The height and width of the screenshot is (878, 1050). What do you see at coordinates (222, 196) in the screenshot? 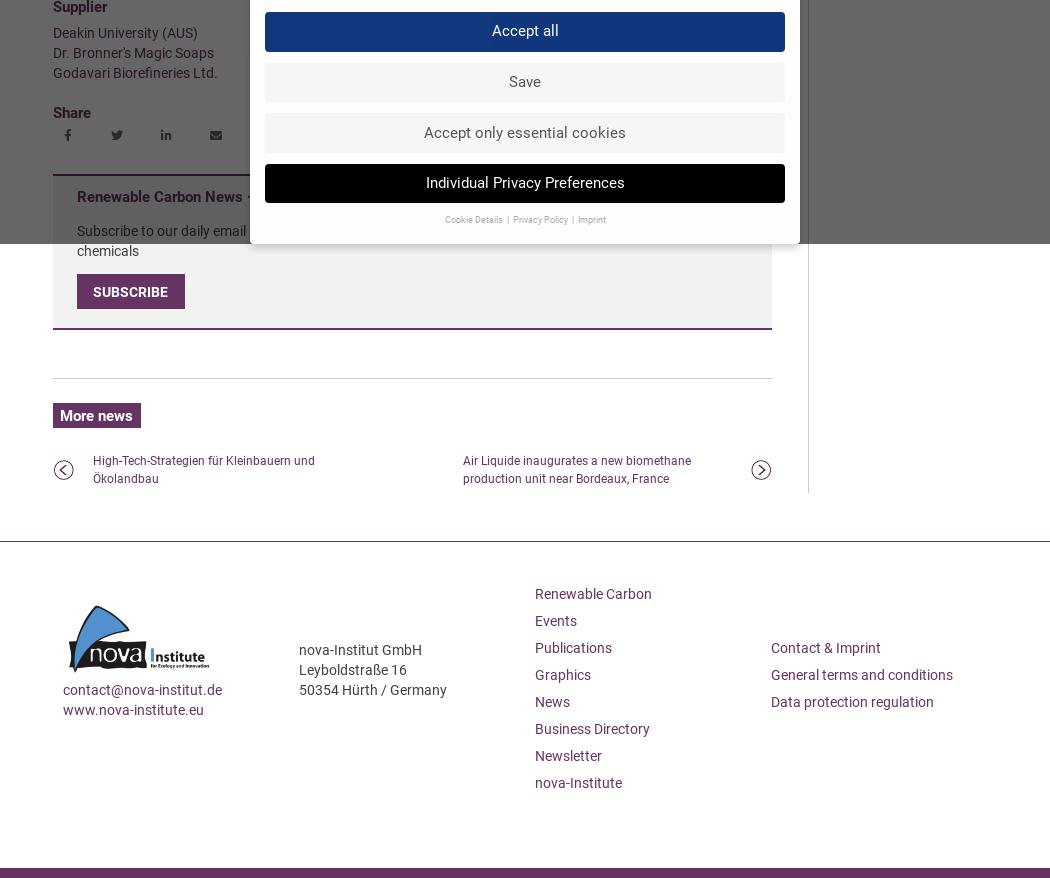
I see `'Renewable Carbon News – Daily Newsletter'` at bounding box center [222, 196].